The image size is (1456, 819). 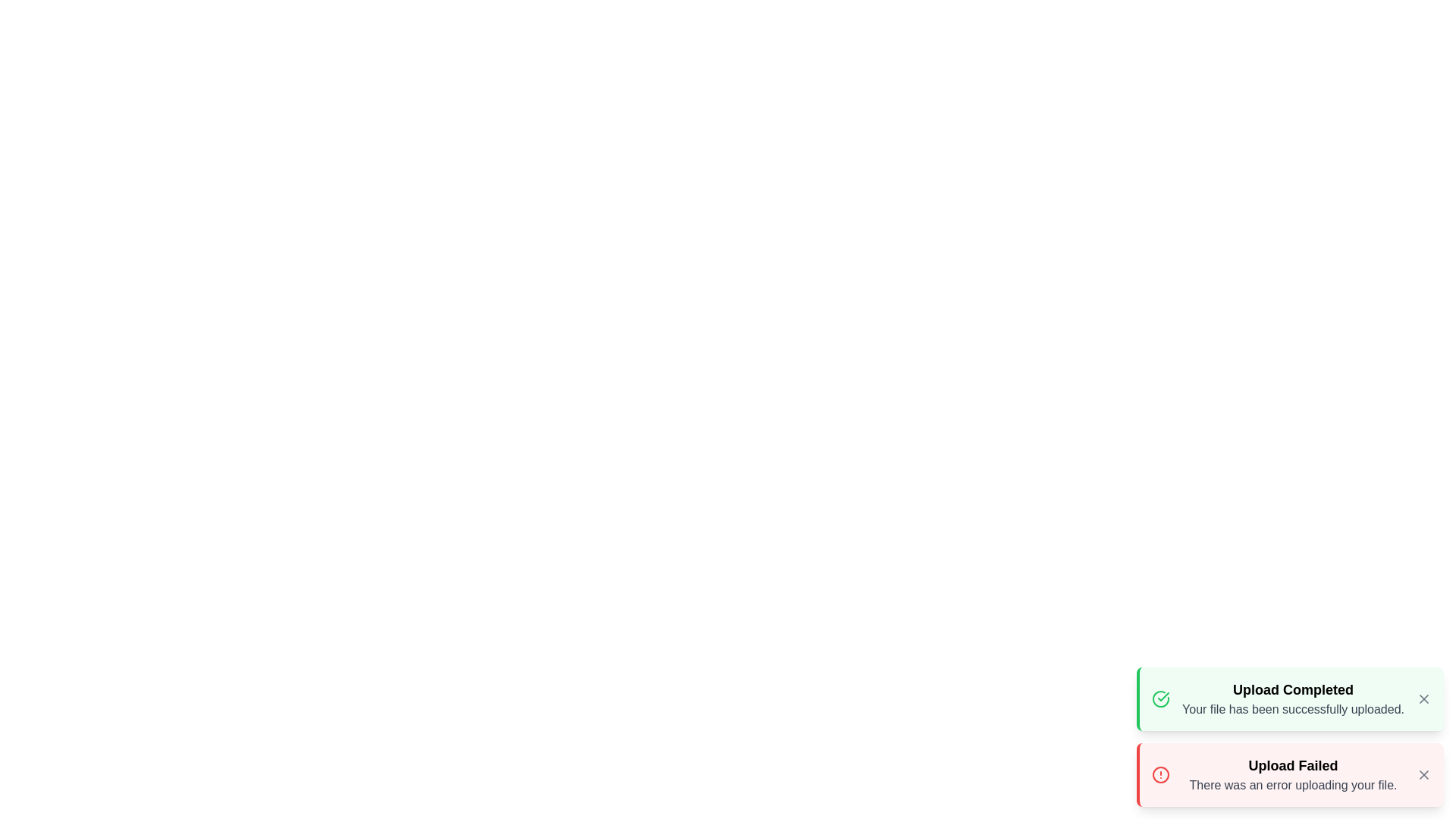 What do you see at coordinates (1292, 766) in the screenshot?
I see `bold 'Upload Failed' text displayed at the top of the red error message box` at bounding box center [1292, 766].